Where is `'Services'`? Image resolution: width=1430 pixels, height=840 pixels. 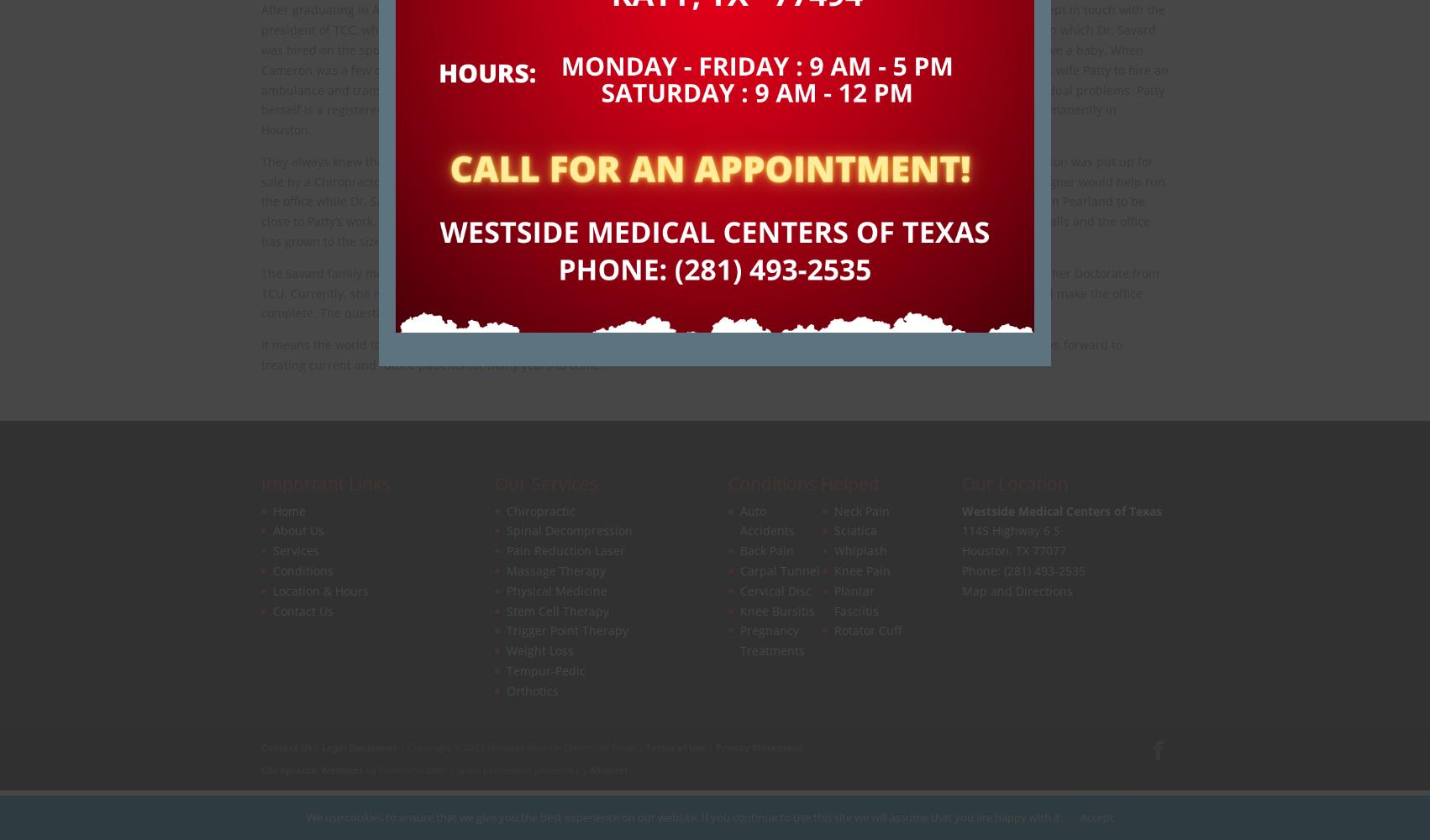
'Services' is located at coordinates (296, 550).